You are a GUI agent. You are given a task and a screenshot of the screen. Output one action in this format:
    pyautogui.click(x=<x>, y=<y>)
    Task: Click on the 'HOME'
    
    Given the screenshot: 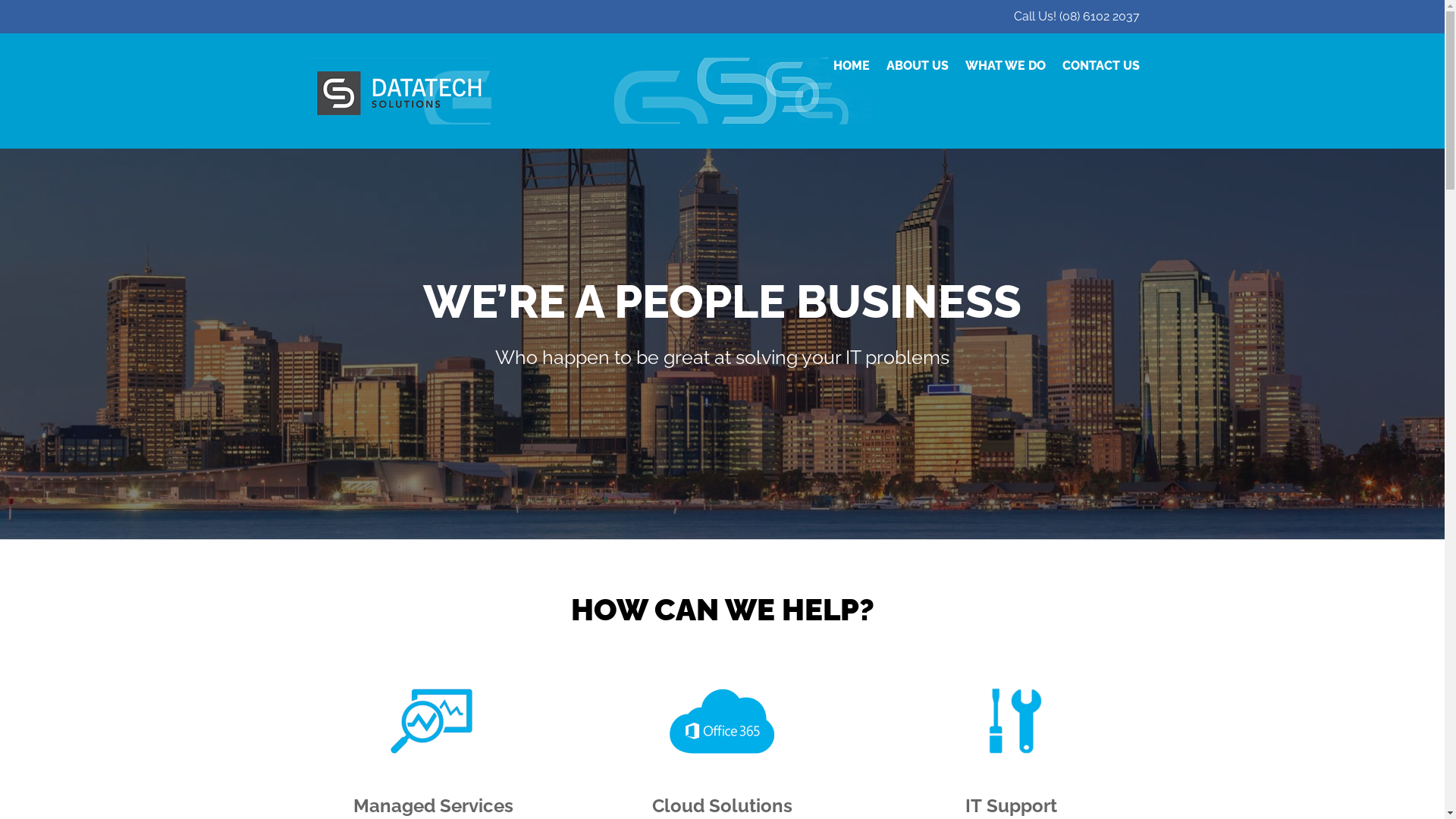 What is the action you would take?
    pyautogui.click(x=851, y=65)
    